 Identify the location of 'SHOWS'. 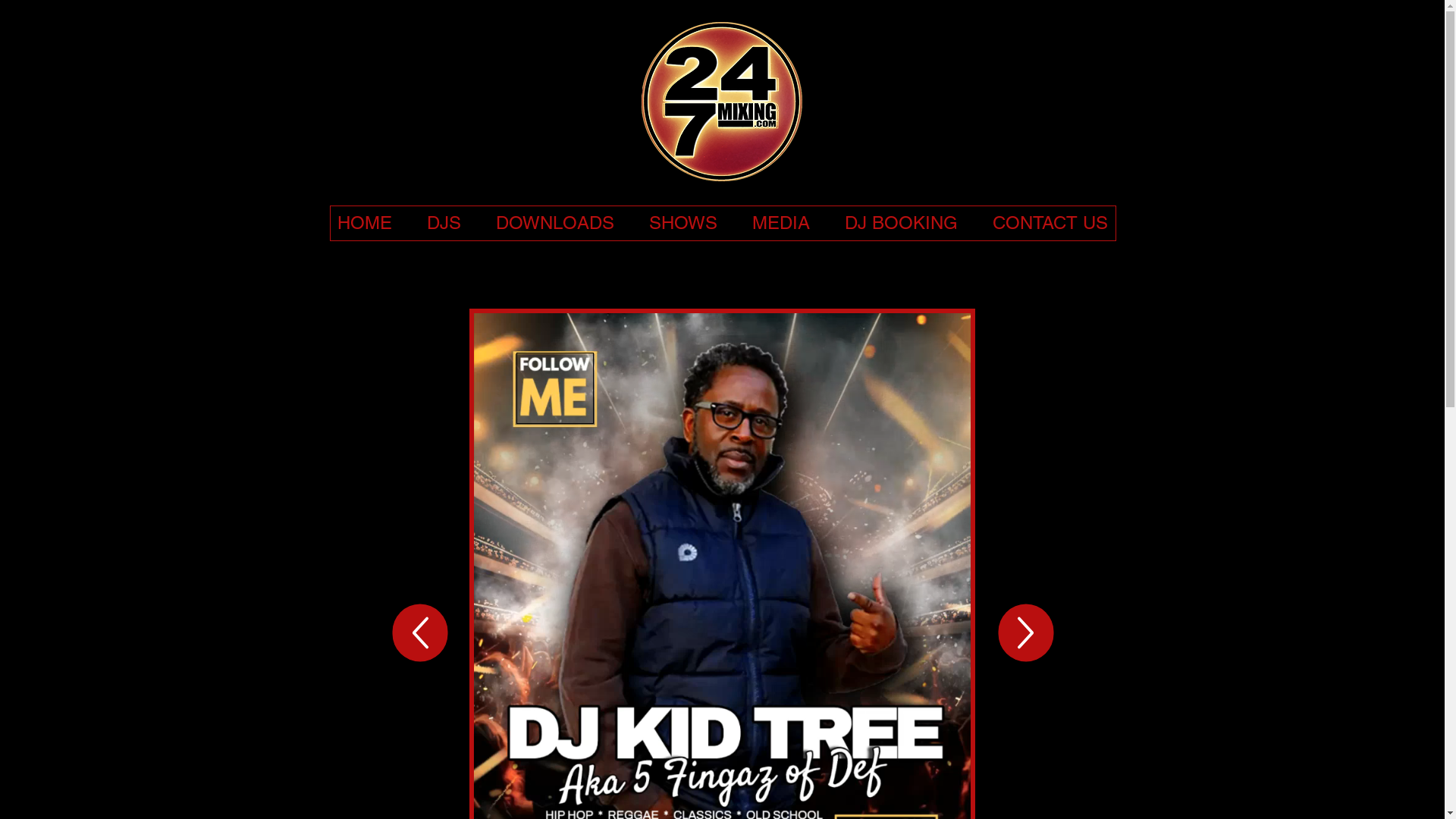
(682, 222).